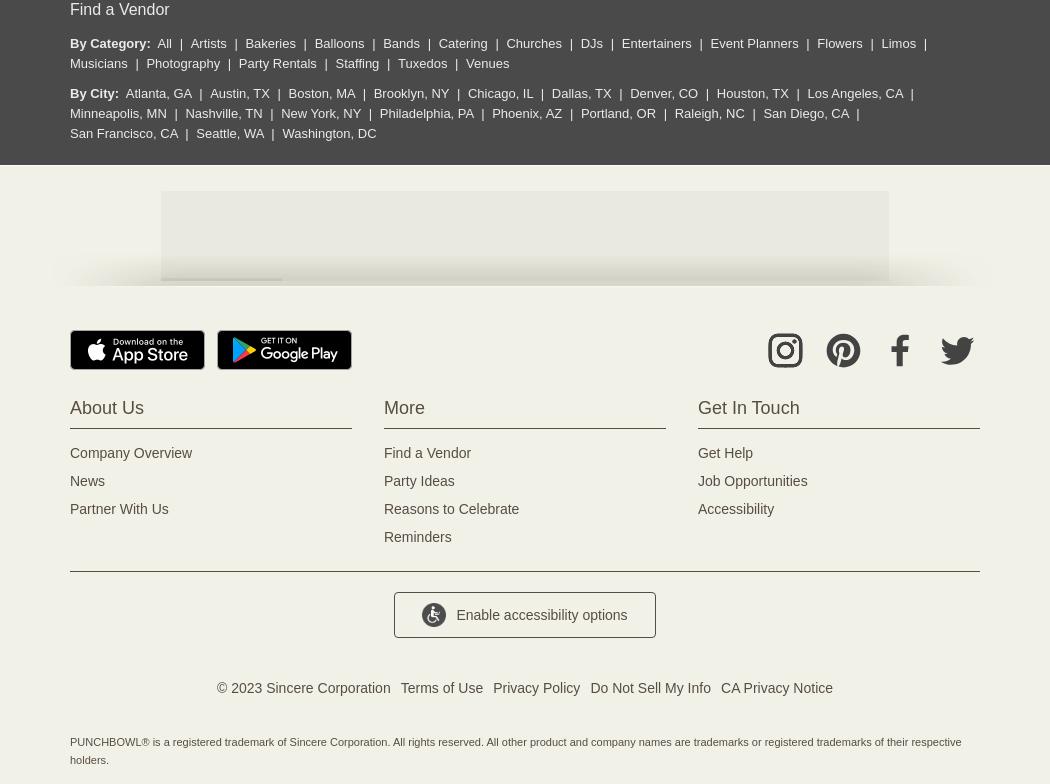  I want to click on 'Privacy Policy', so click(536, 688).